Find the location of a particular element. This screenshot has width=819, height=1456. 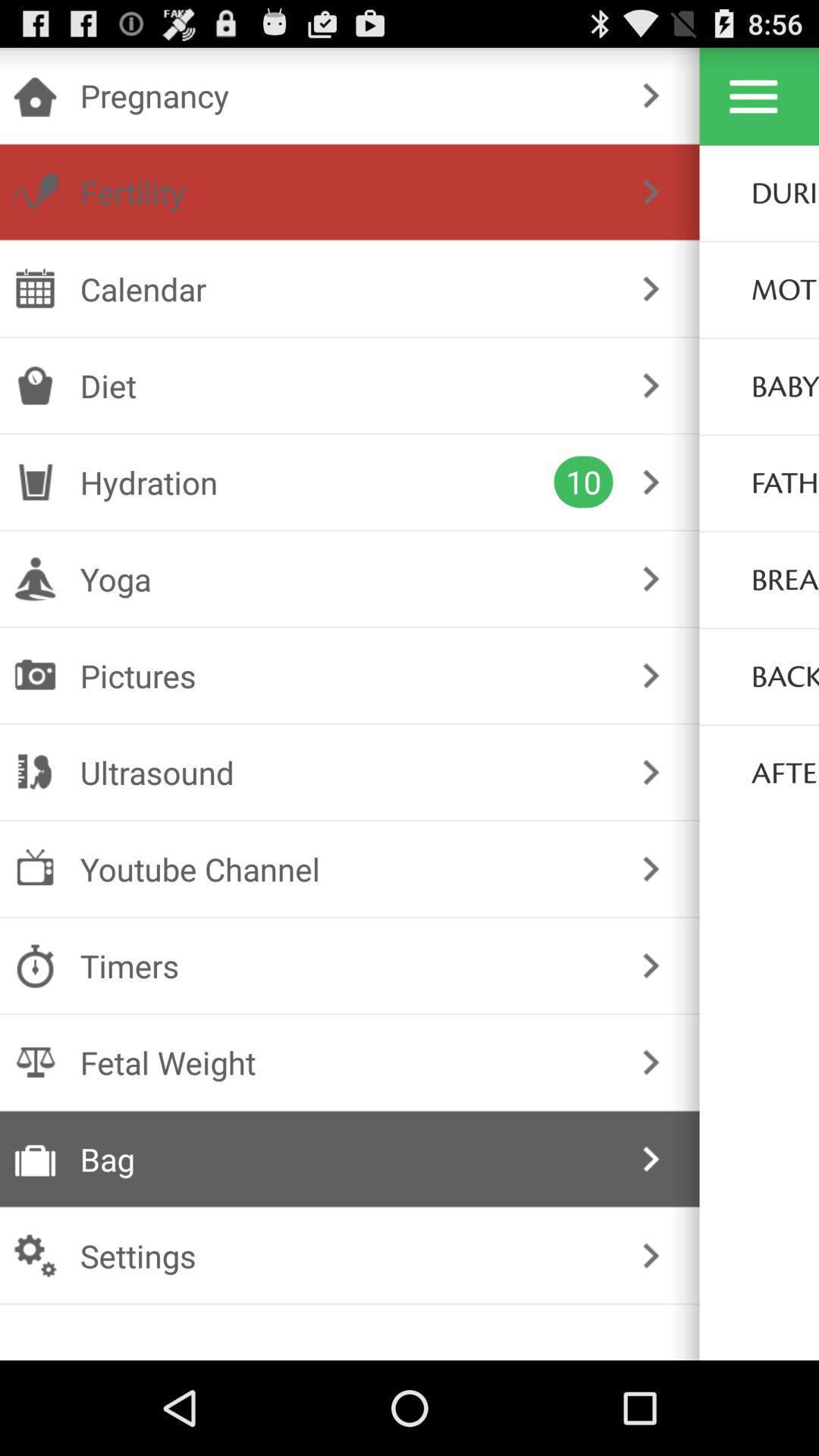

the checkbox above the ultrasound checkbox is located at coordinates (347, 675).